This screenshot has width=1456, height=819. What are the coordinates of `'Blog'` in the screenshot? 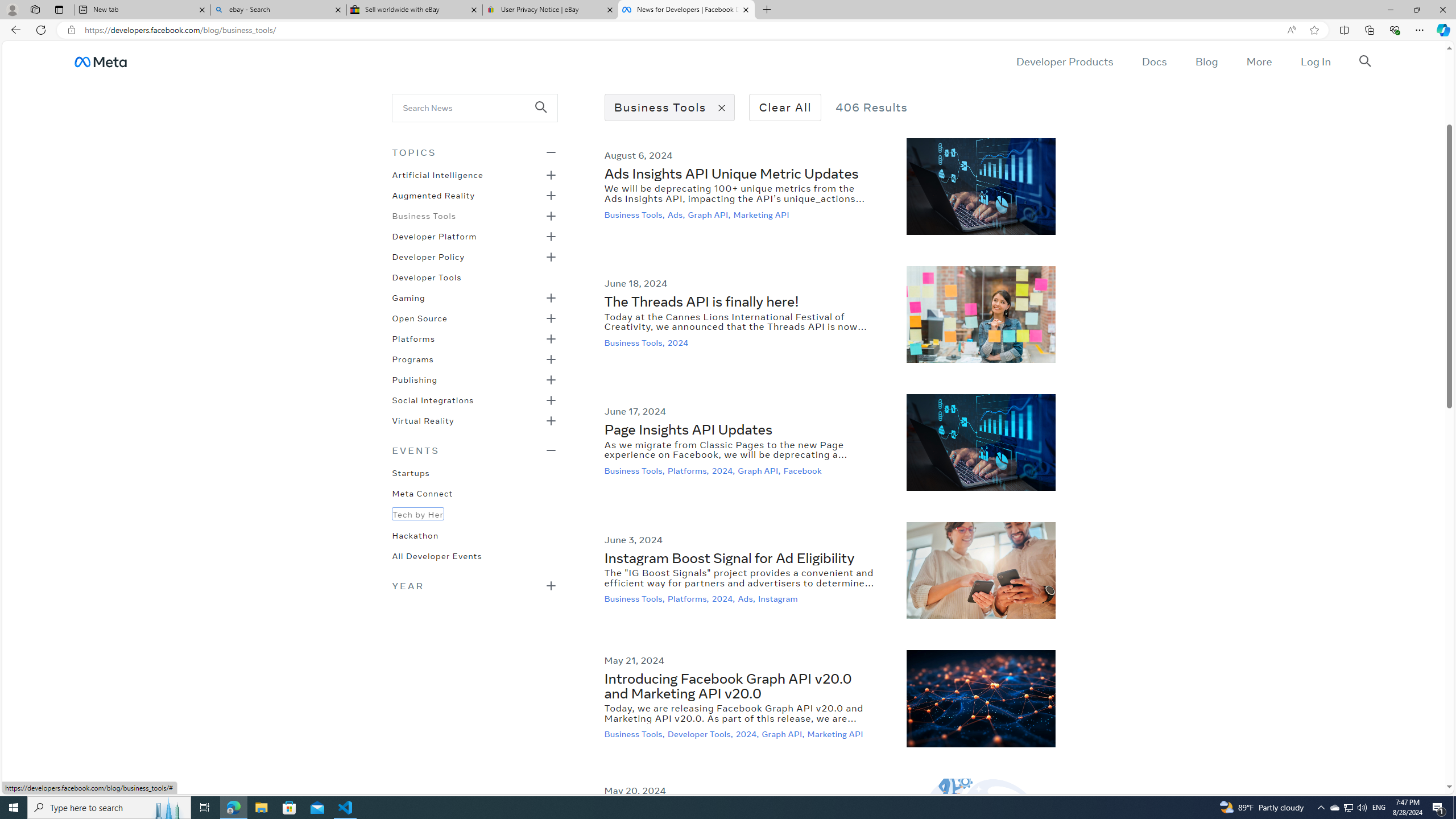 It's located at (1205, 61).